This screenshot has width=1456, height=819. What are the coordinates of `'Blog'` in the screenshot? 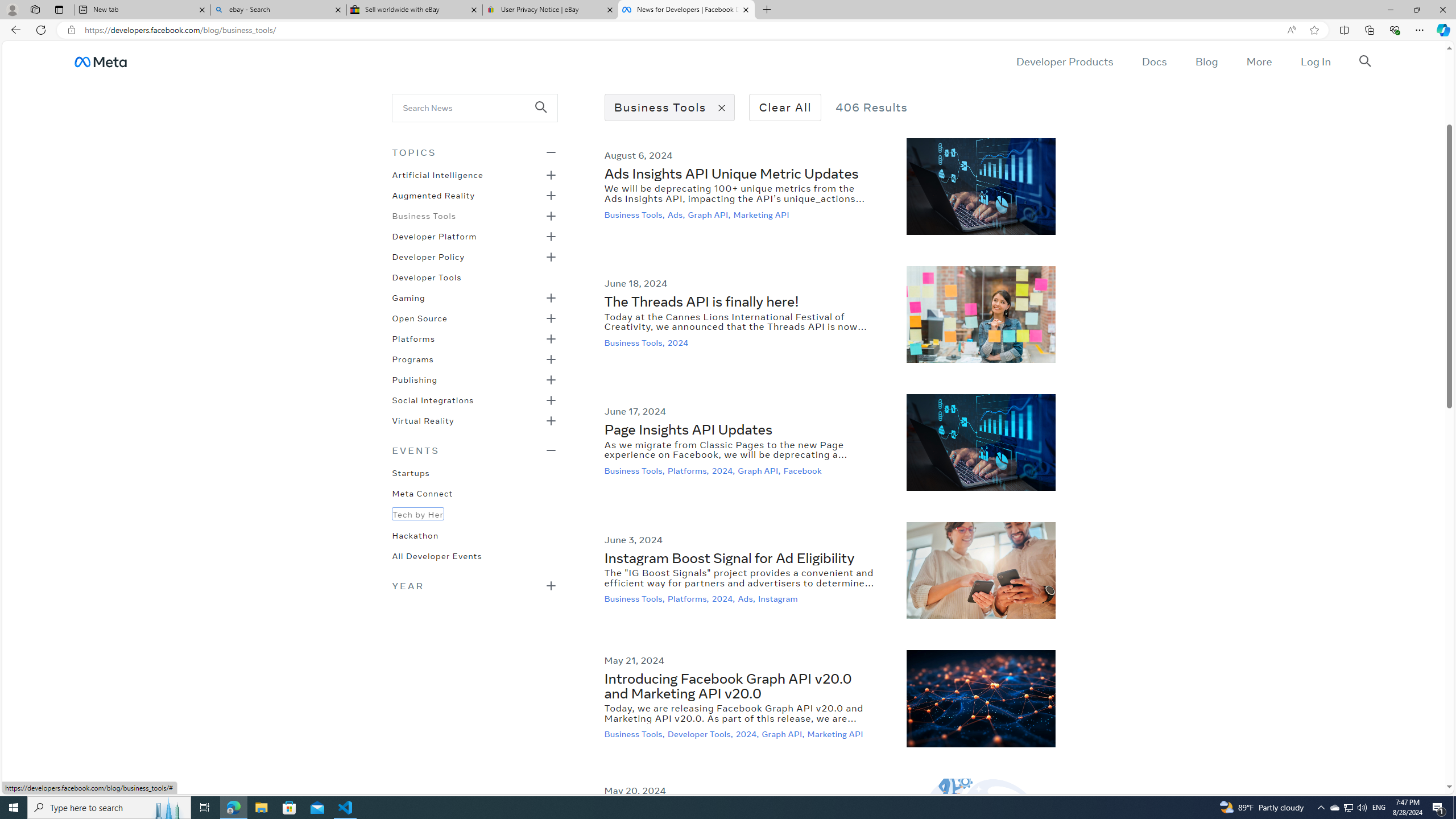 It's located at (1205, 61).